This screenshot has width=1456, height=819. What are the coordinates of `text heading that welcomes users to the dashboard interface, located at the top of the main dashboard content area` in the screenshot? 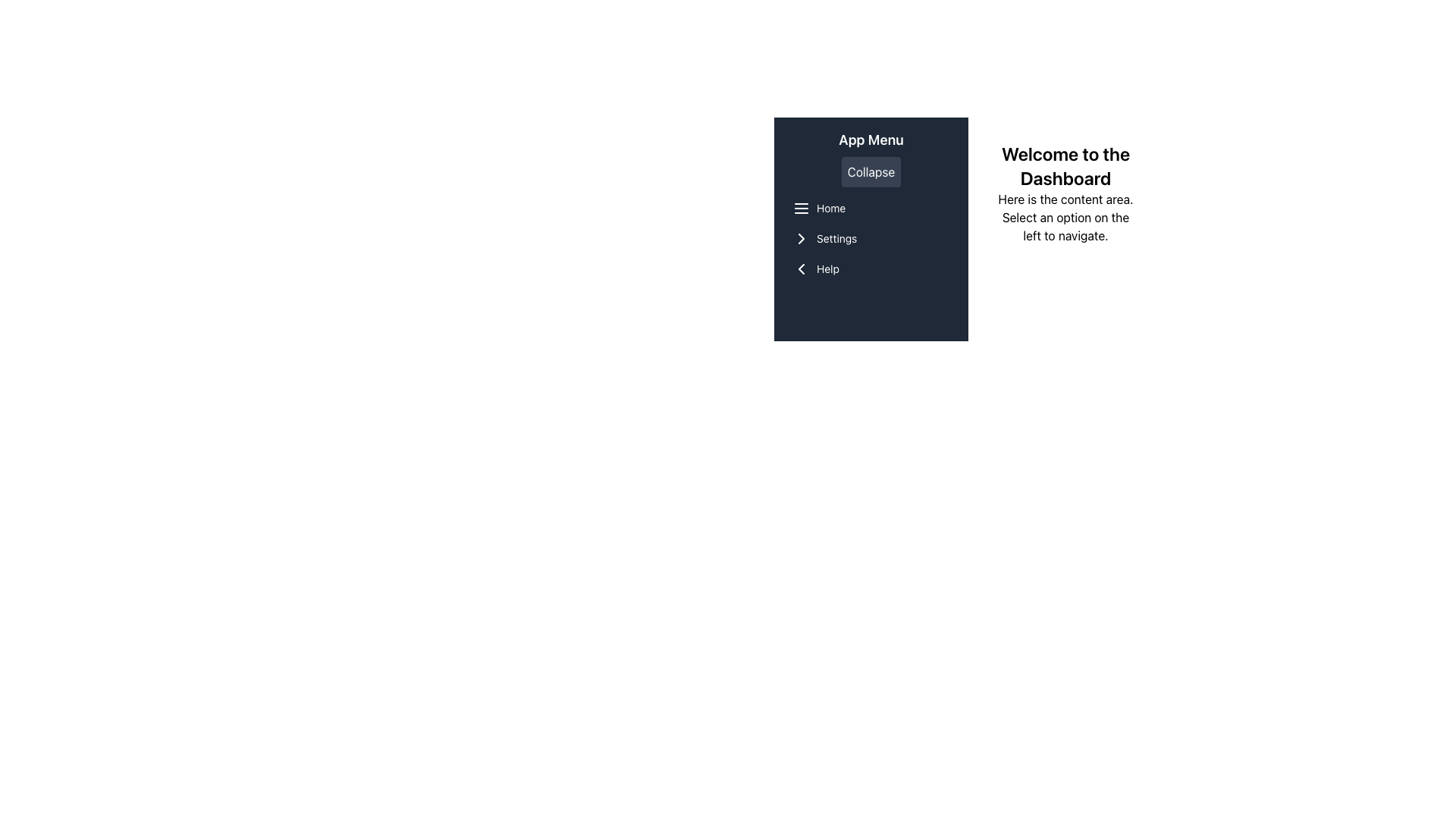 It's located at (1065, 166).